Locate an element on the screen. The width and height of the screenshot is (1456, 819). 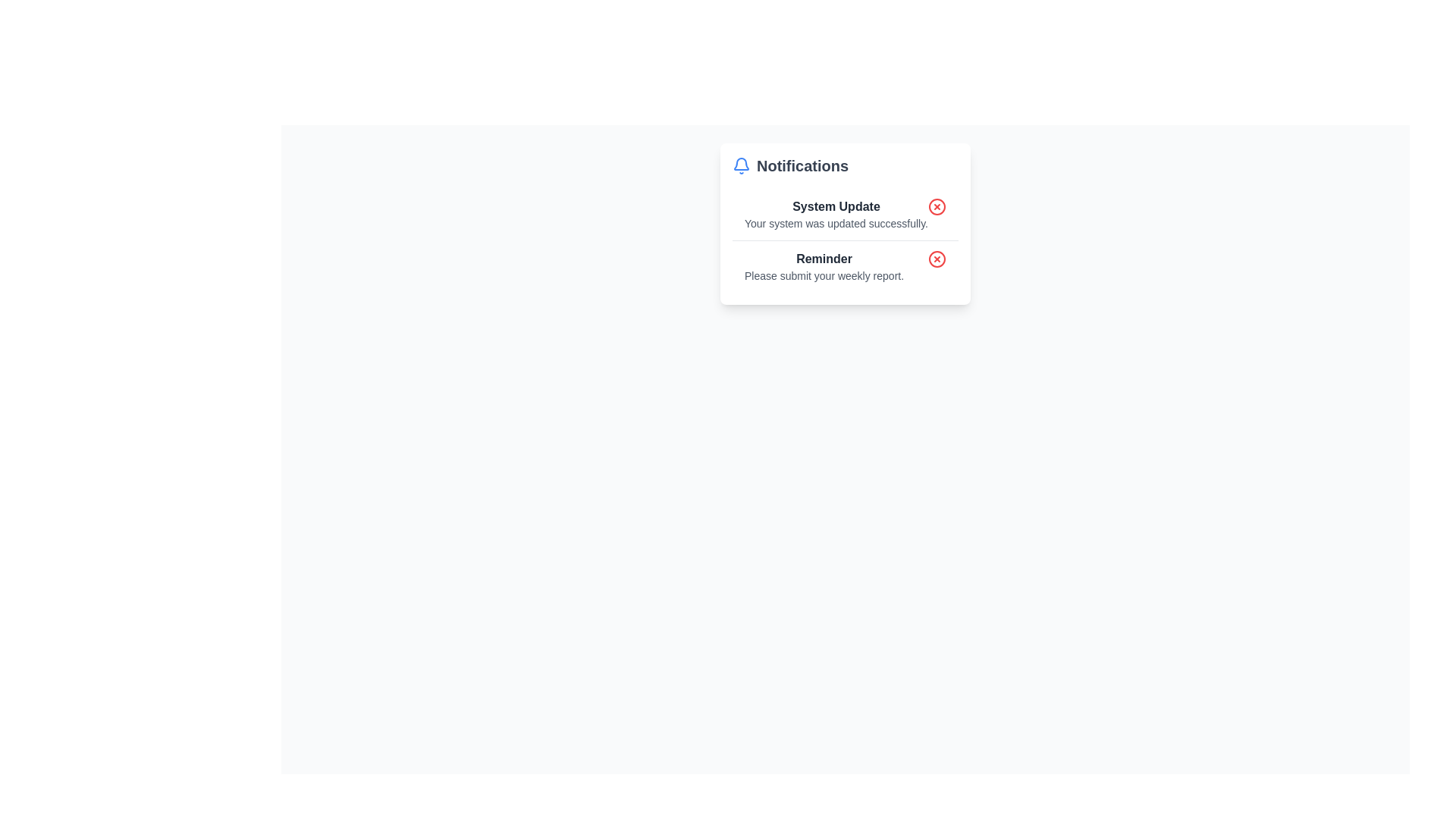
the blue bell icon located to the left of the 'Notifications' label in the notifications section header is located at coordinates (742, 166).